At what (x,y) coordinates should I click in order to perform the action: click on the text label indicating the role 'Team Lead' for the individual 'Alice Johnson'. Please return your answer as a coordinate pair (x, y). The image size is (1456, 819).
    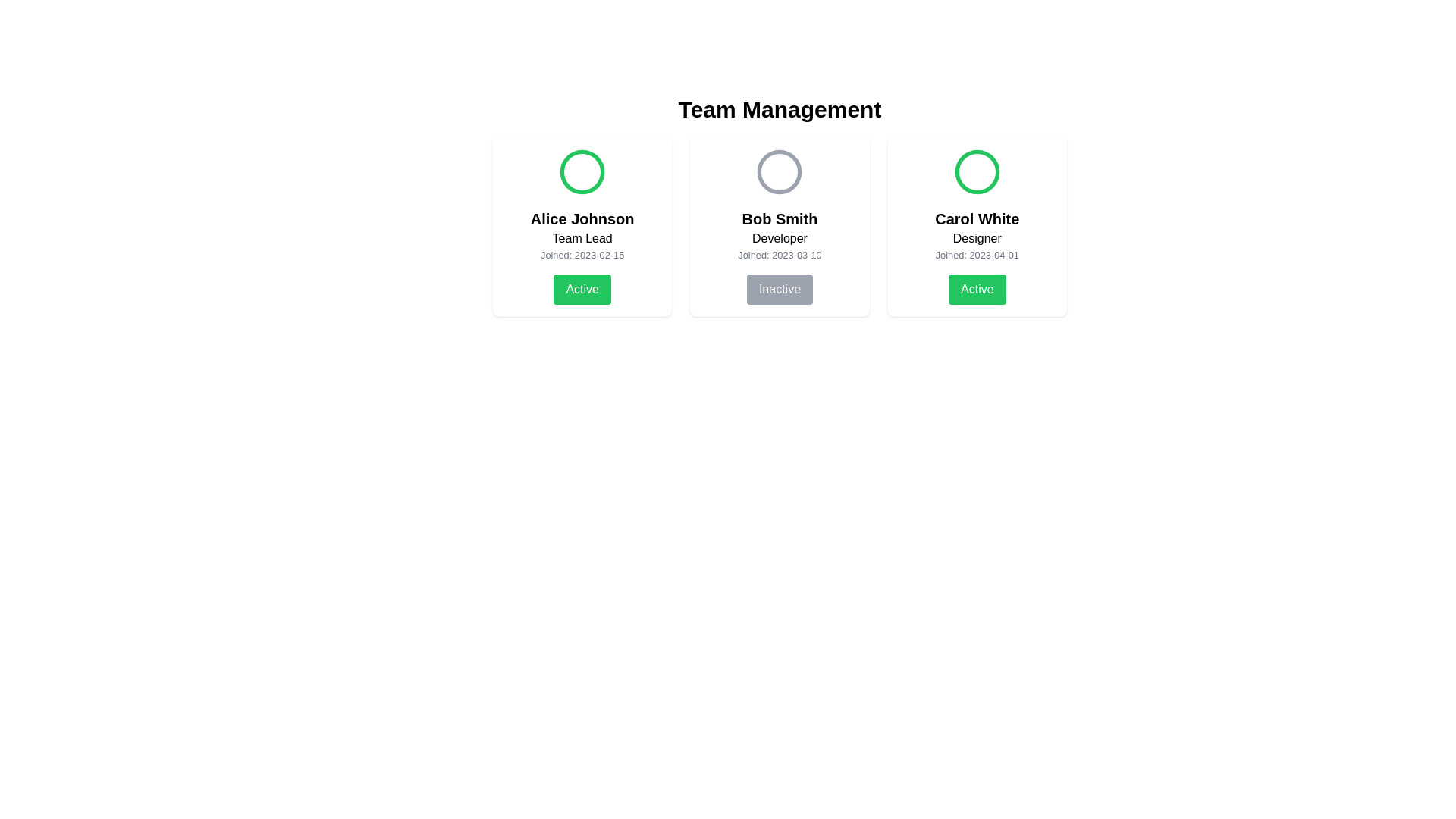
    Looking at the image, I should click on (582, 239).